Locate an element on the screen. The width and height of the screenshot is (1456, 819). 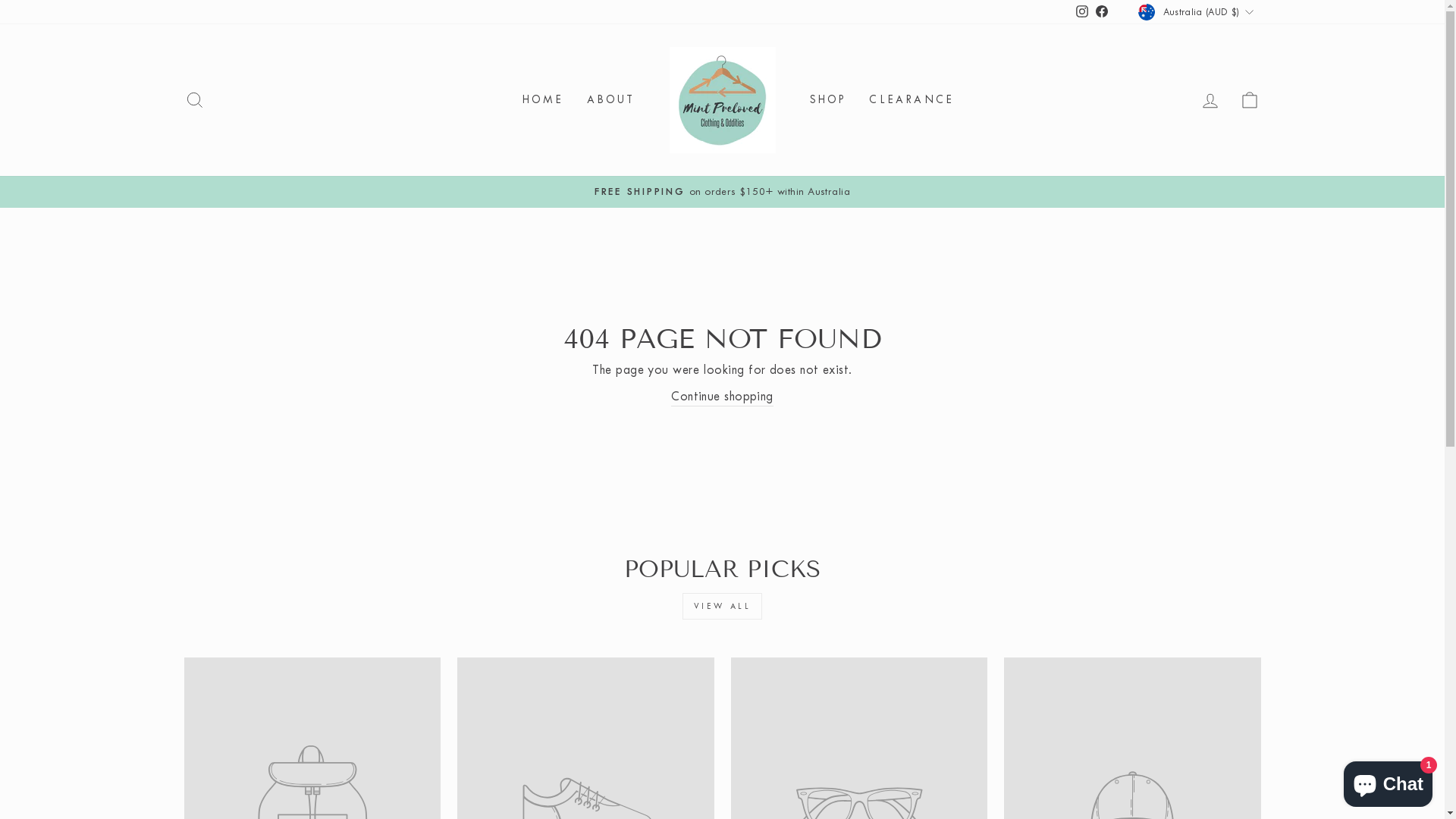
'CART' is located at coordinates (1249, 100).